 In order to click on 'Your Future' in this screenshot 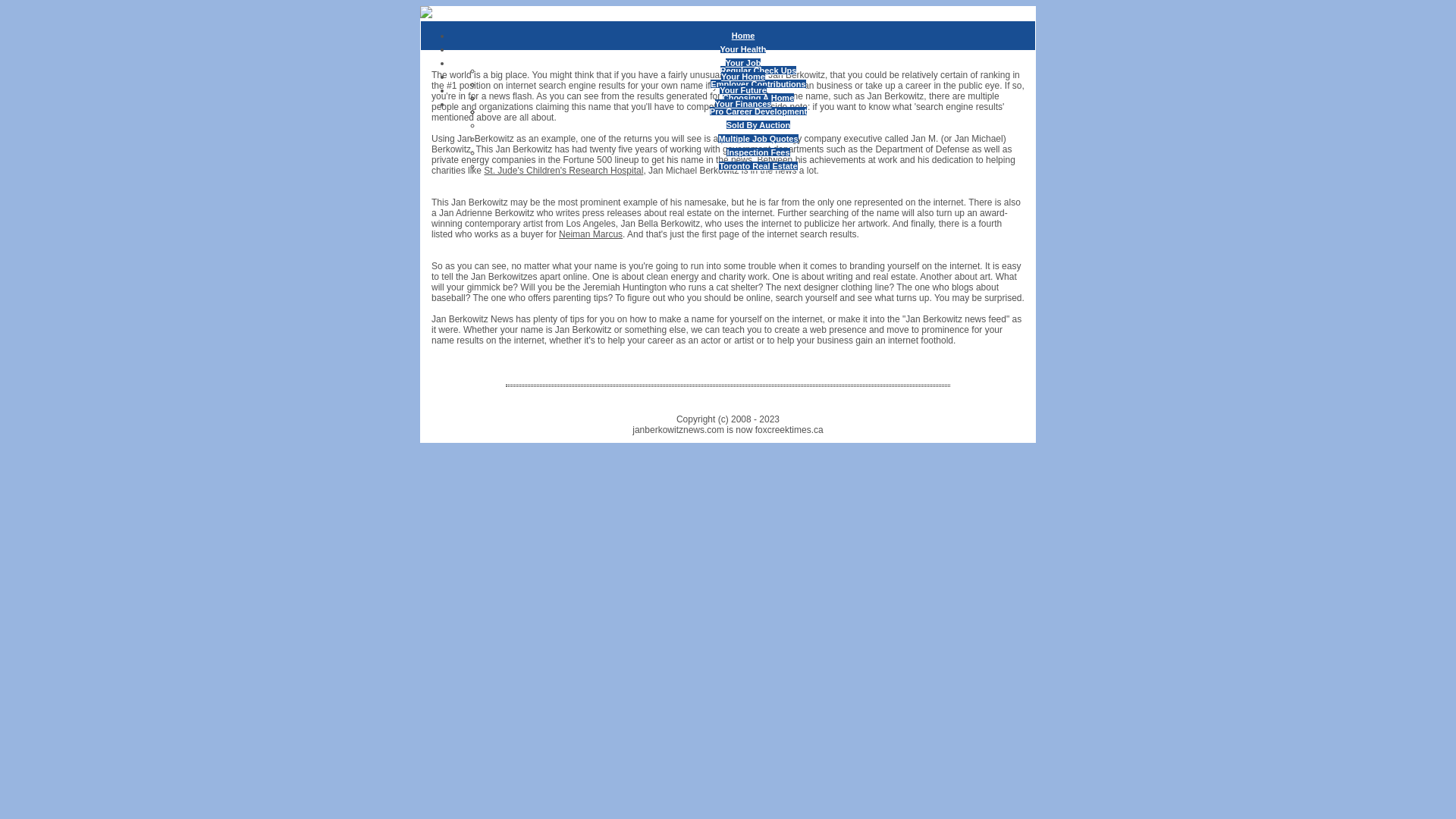, I will do `click(719, 90)`.